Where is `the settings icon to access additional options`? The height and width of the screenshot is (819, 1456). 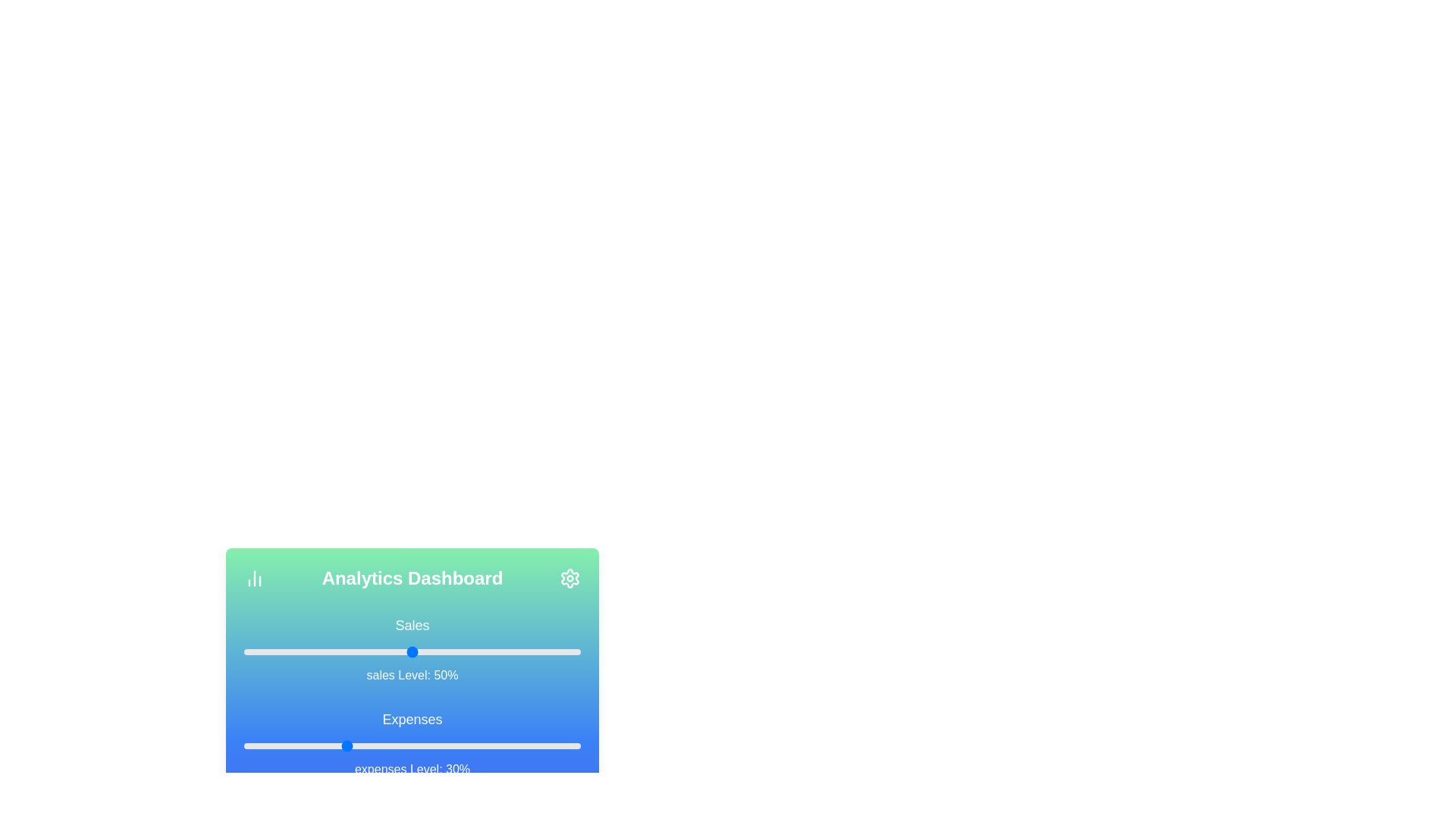 the settings icon to access additional options is located at coordinates (570, 579).